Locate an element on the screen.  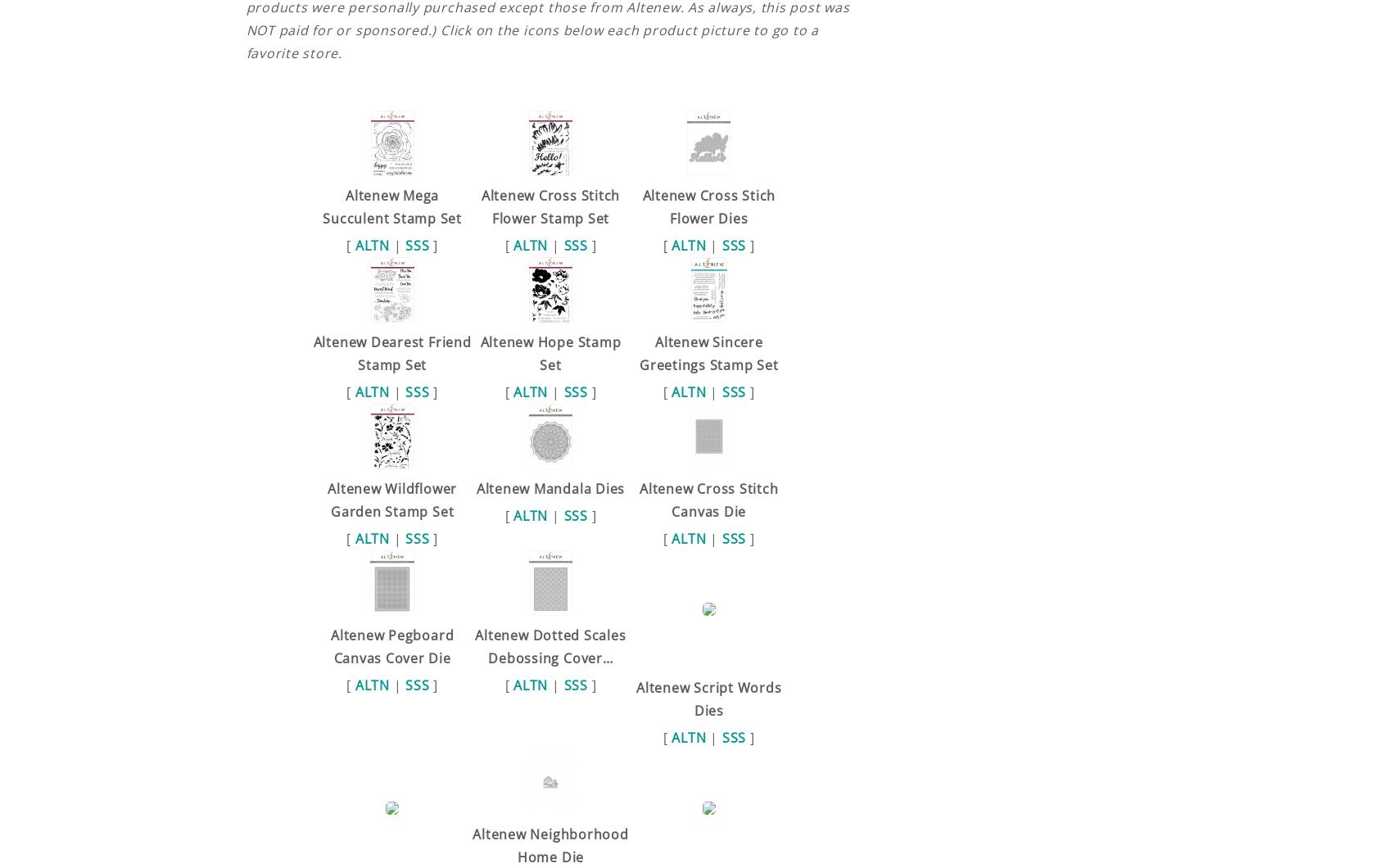
'Altenew Neighborhood Home Die' is located at coordinates (550, 844).